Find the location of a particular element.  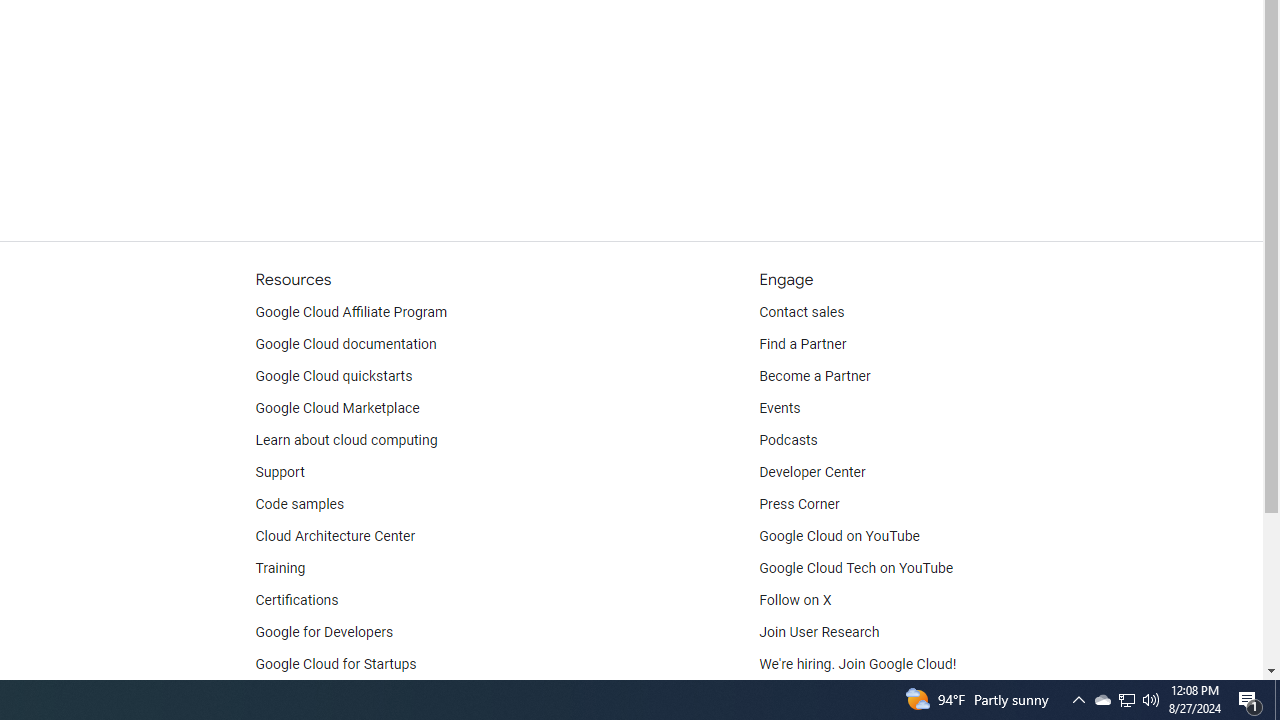

'Google Cloud Affiliate Program' is located at coordinates (351, 312).